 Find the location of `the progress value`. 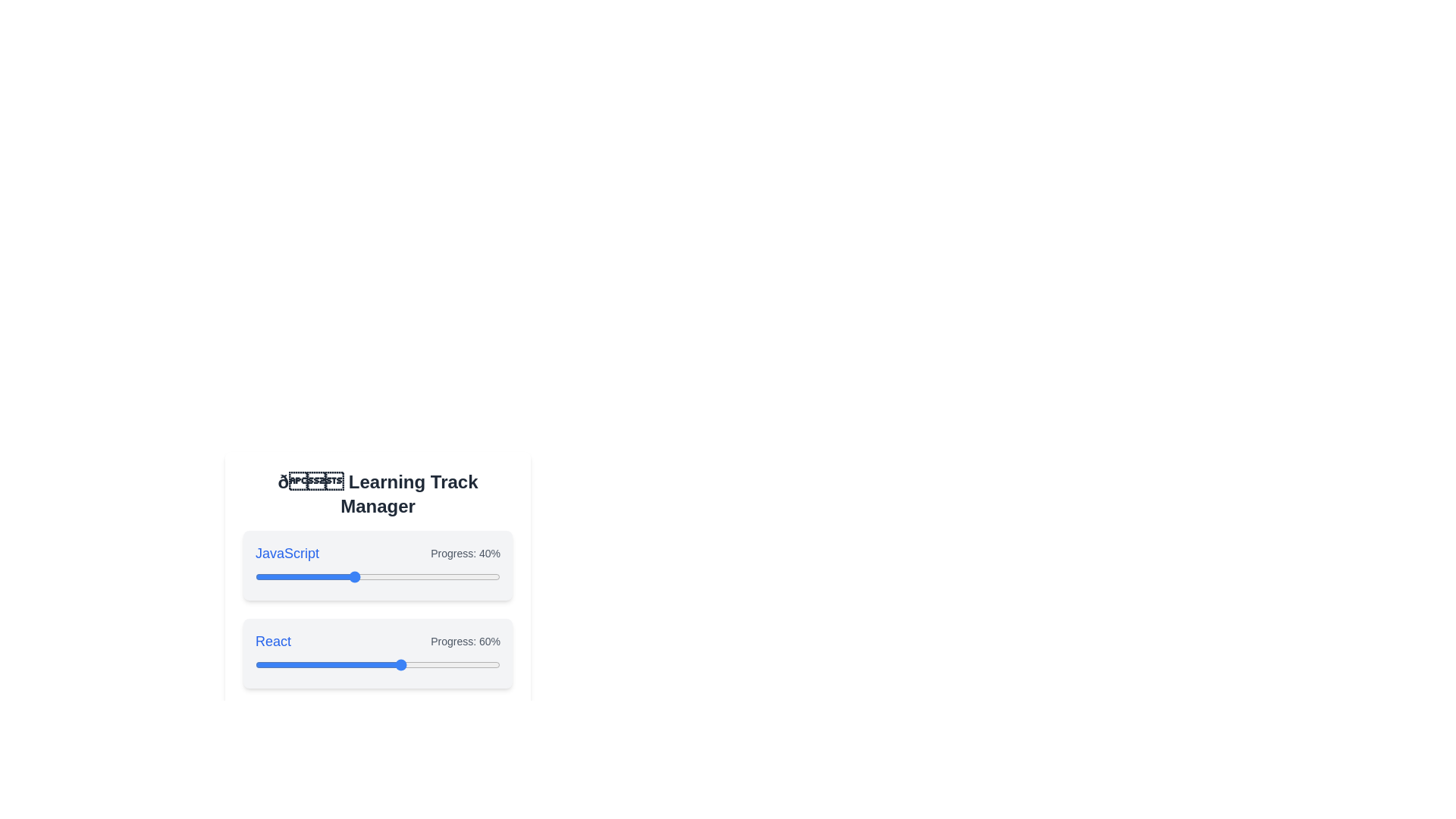

the progress value is located at coordinates (488, 664).